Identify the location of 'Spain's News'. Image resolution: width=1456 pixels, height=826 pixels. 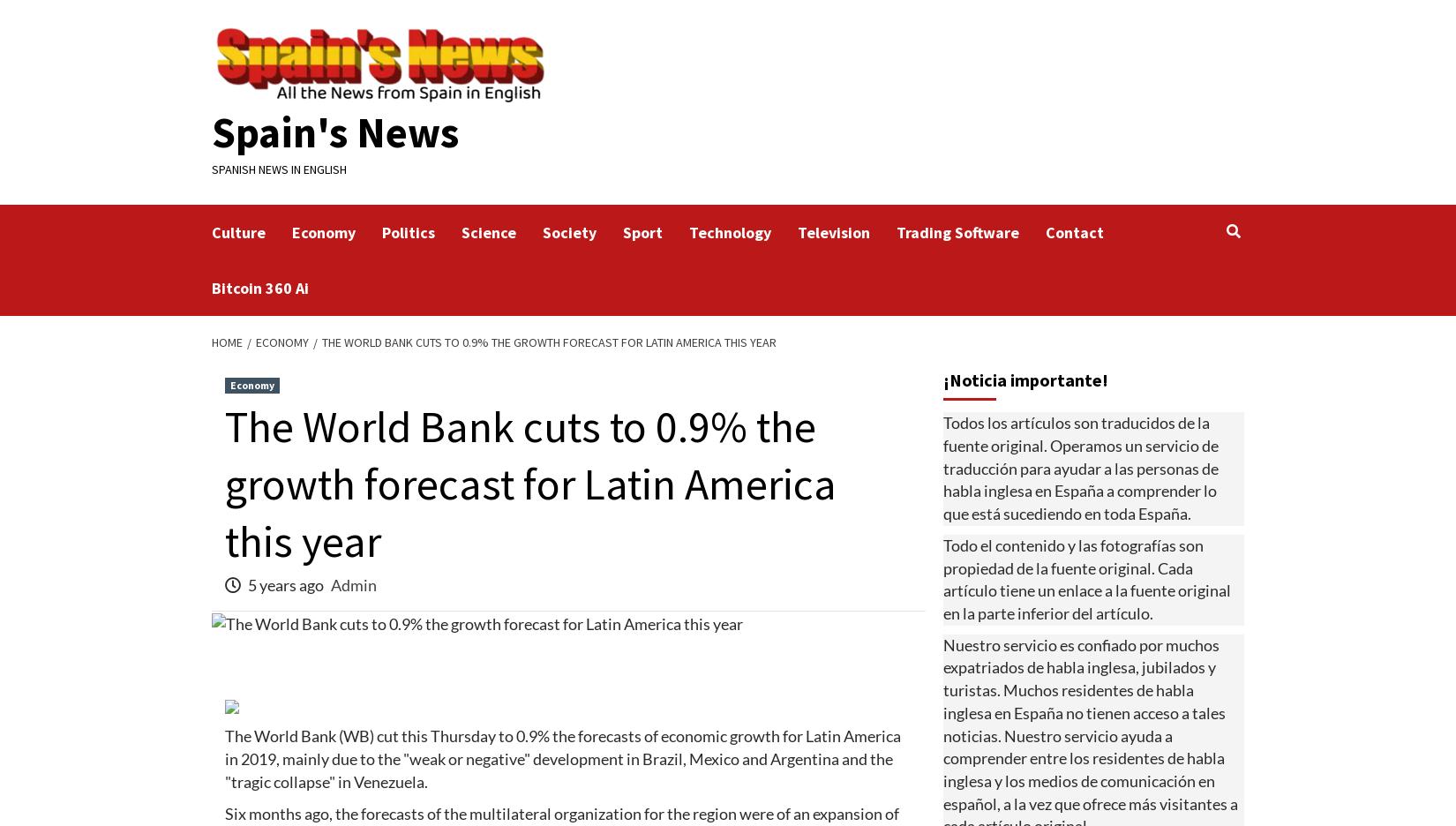
(334, 132).